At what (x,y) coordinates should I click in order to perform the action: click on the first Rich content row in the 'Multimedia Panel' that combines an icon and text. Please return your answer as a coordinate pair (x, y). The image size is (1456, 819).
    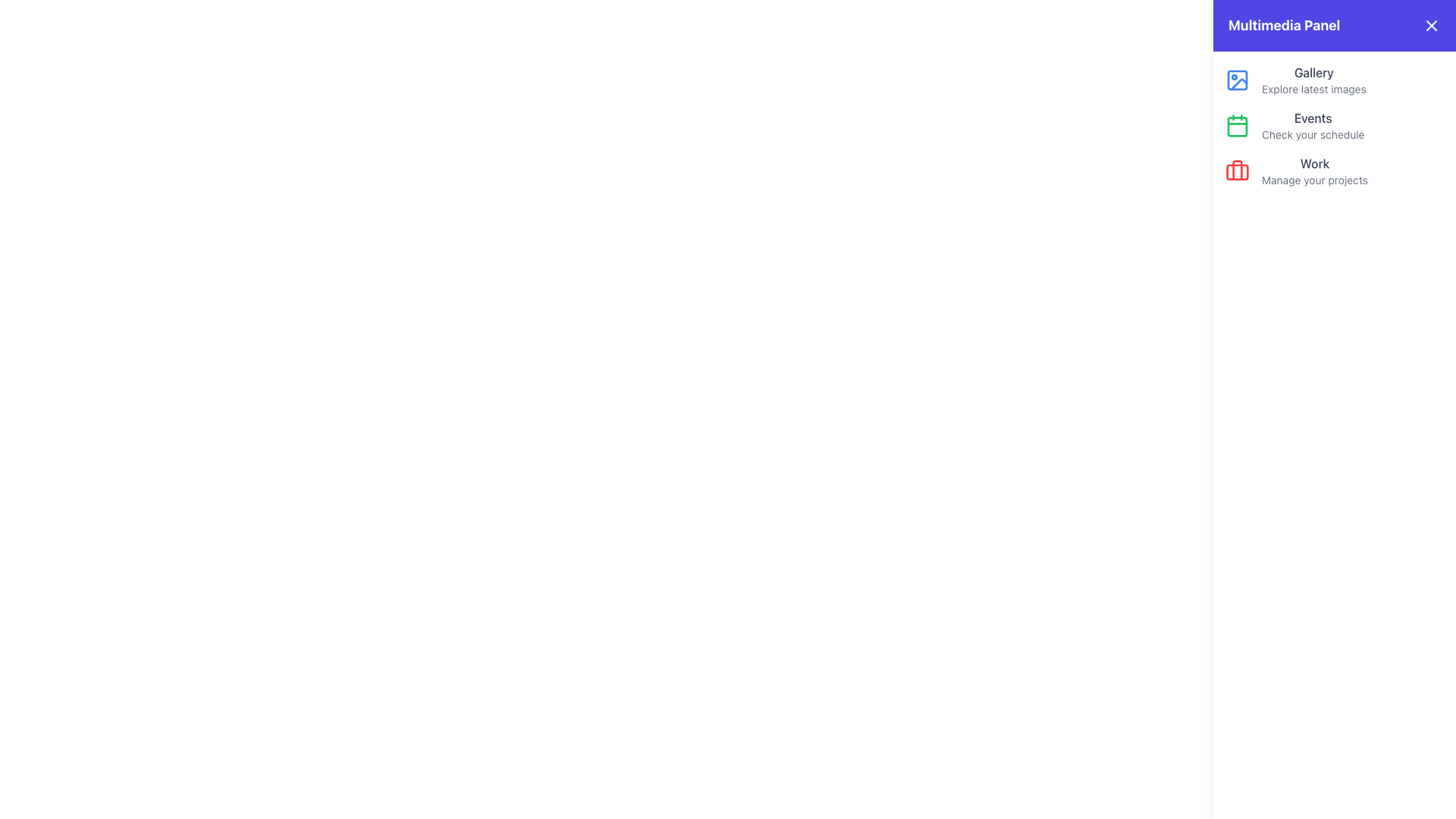
    Looking at the image, I should click on (1335, 80).